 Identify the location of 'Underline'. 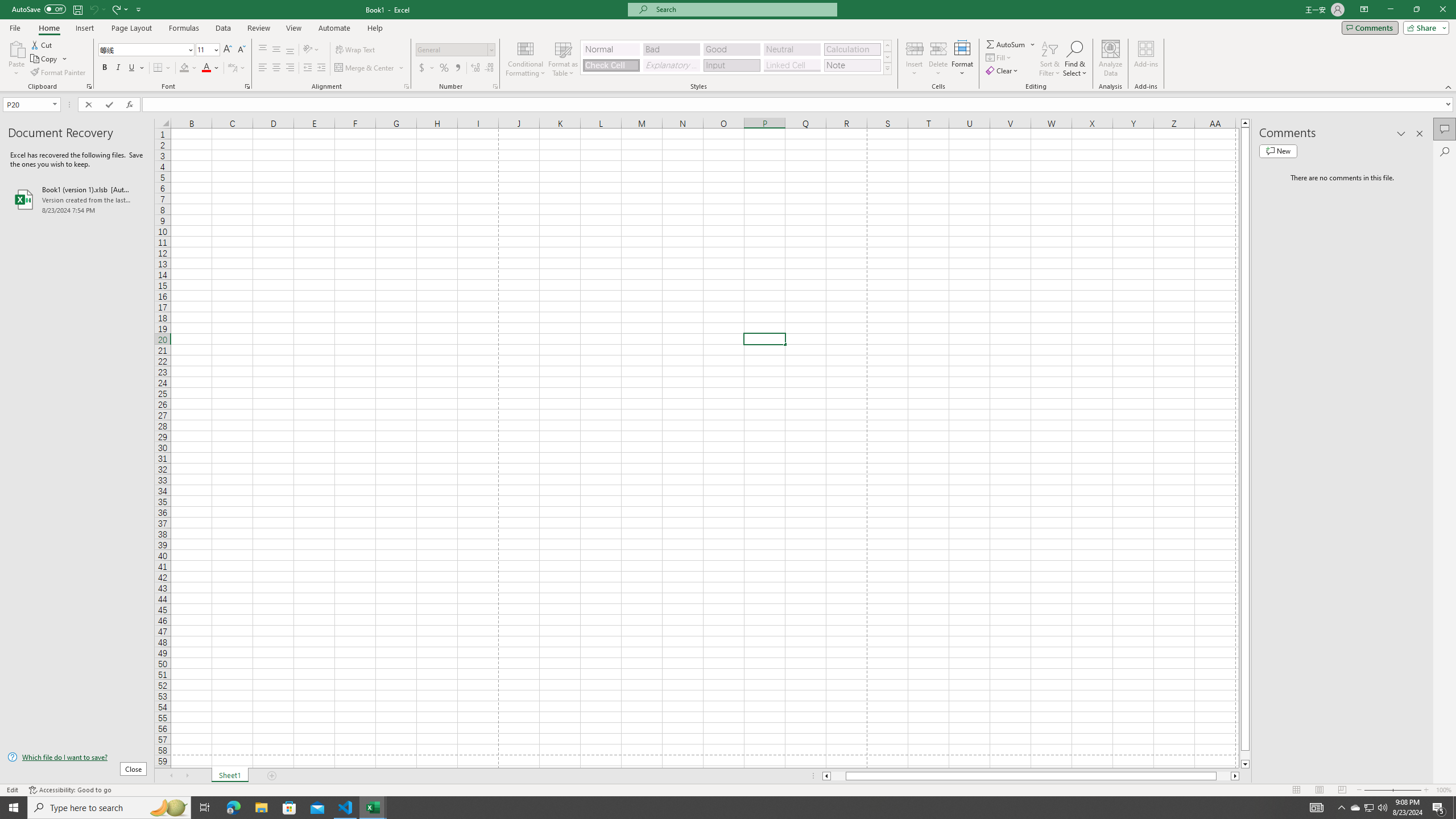
(131, 67).